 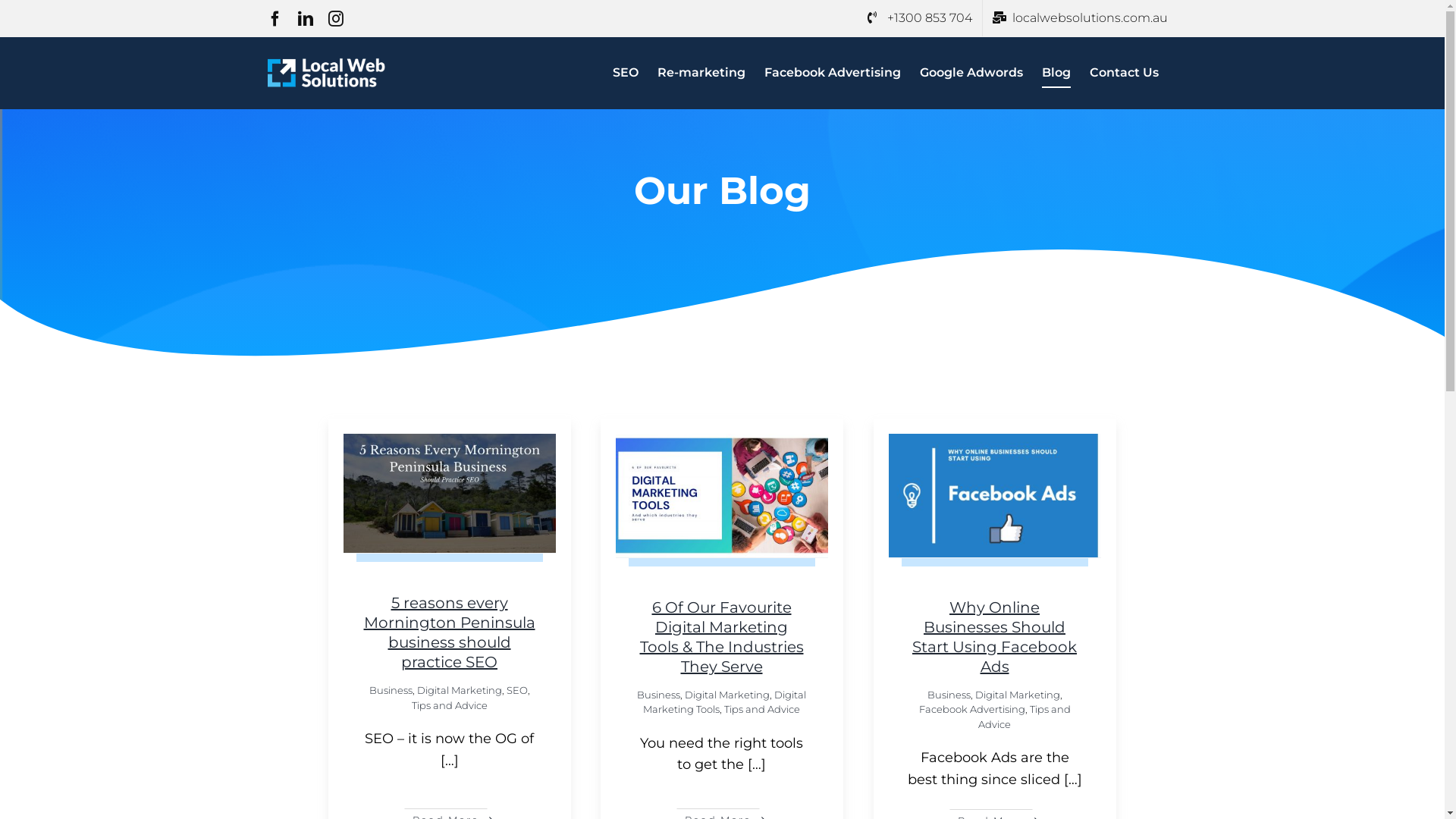 What do you see at coordinates (832, 73) in the screenshot?
I see `'Facebook Advertising'` at bounding box center [832, 73].